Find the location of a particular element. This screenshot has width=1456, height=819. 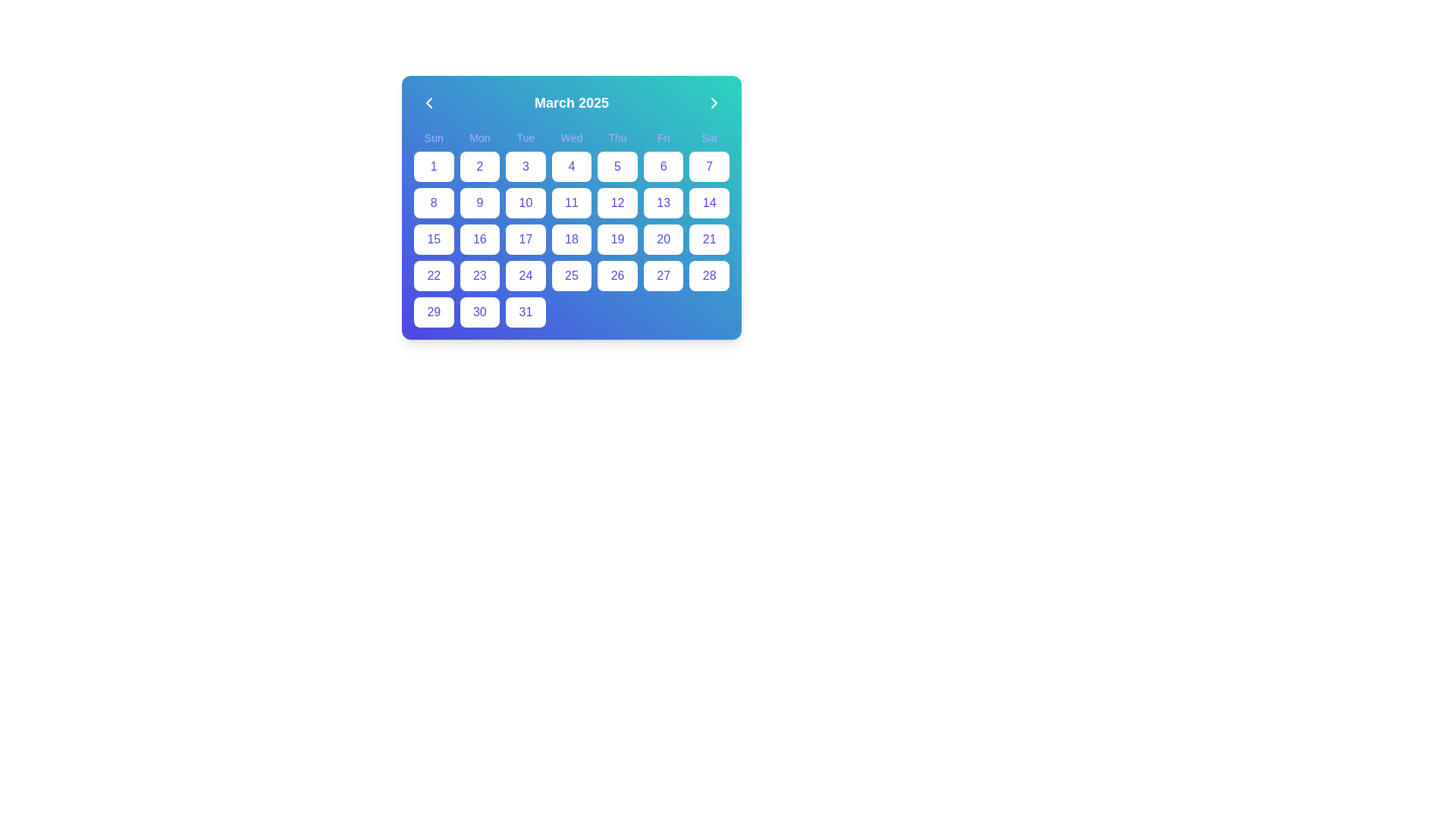

the text label displaying 'Sun' in the calendar header section is located at coordinates (433, 137).